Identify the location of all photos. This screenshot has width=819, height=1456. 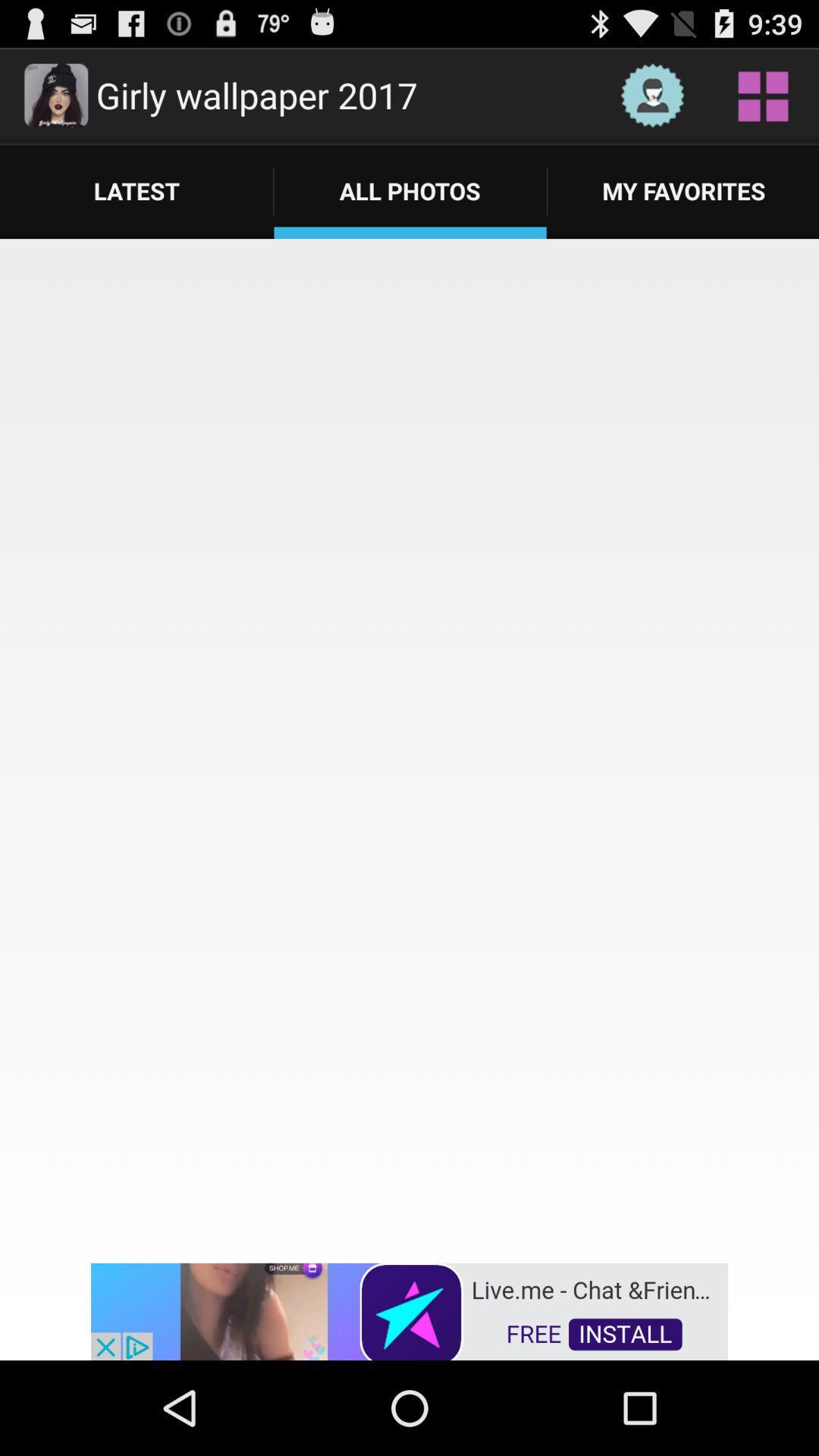
(409, 749).